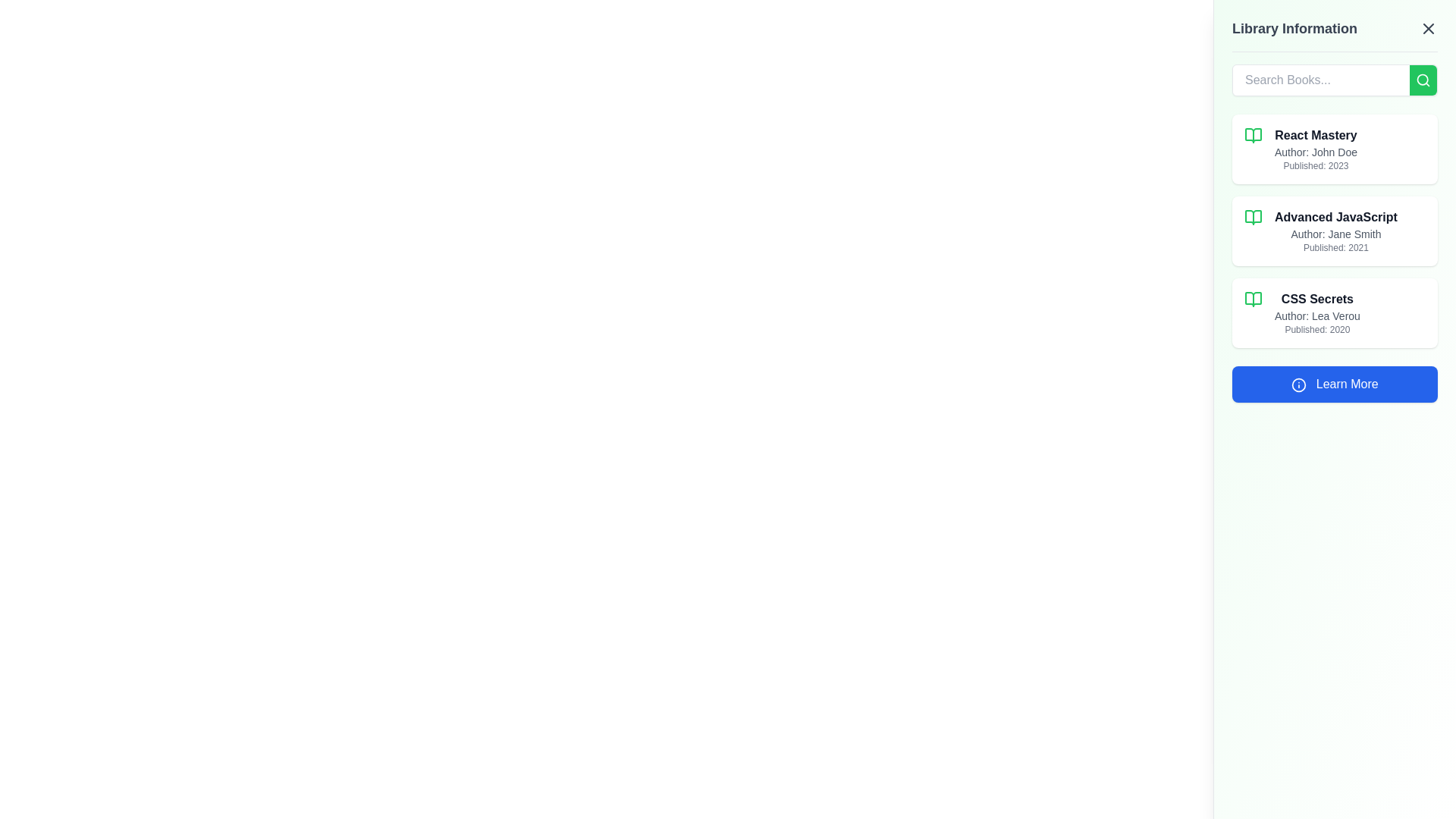 Image resolution: width=1456 pixels, height=819 pixels. What do you see at coordinates (1253, 134) in the screenshot?
I see `the lower portion of the book icon associated with the 'React Mastery' listing in the sidebar` at bounding box center [1253, 134].